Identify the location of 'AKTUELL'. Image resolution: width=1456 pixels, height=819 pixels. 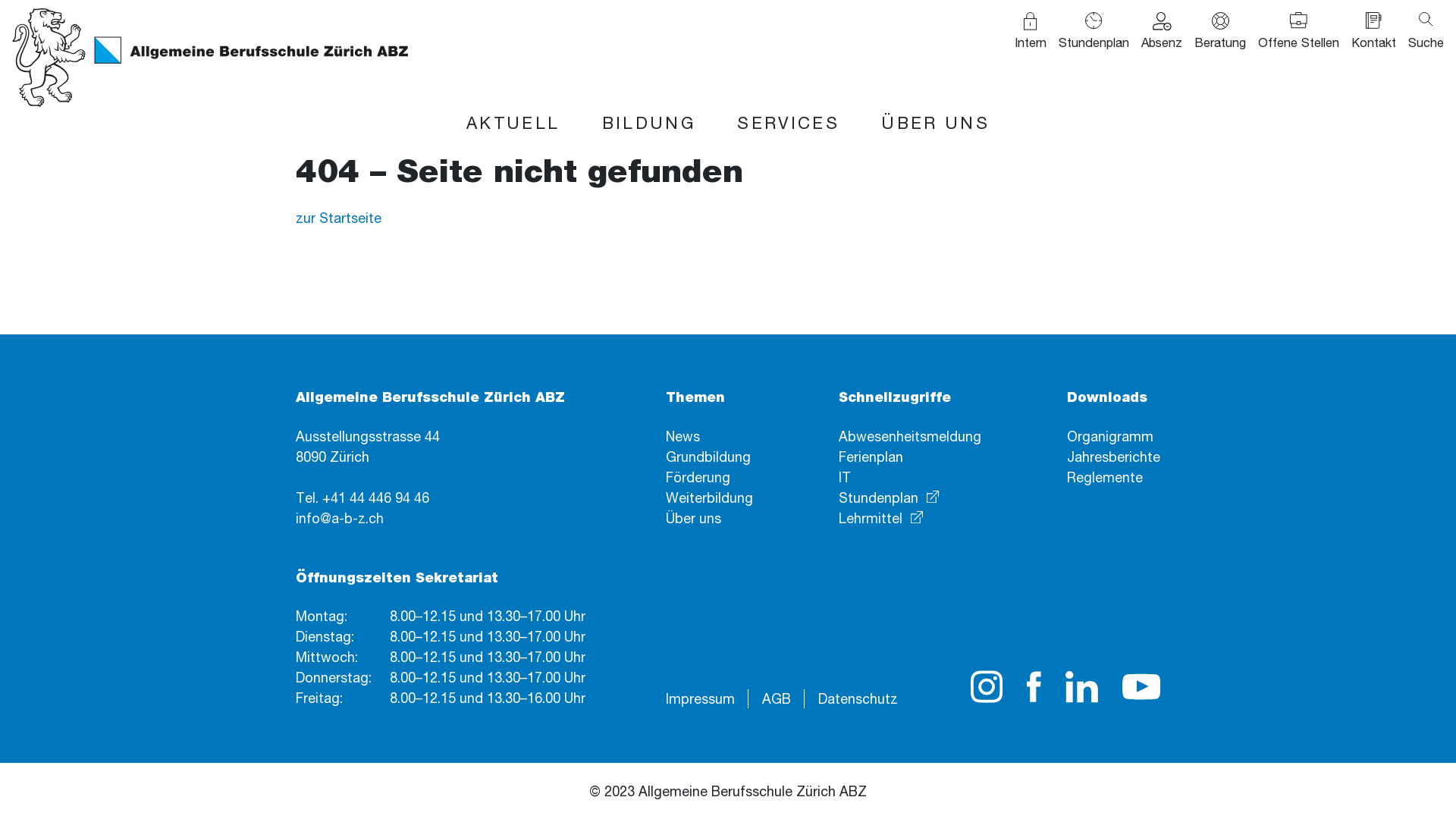
(513, 122).